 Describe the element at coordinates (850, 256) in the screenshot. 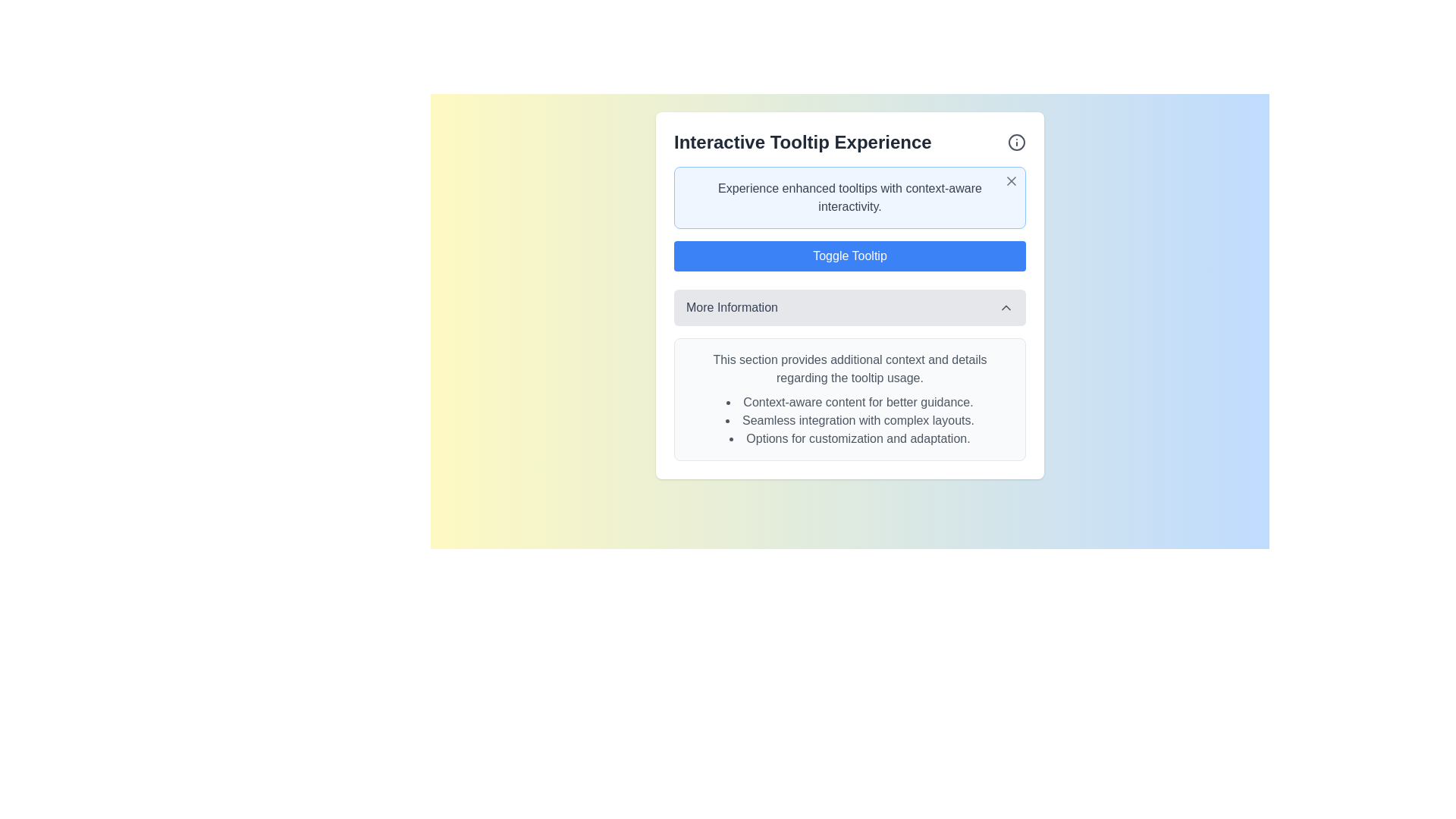

I see `the 'Toggle Tooltip' button, which is a horizontally elongated button with a vibrant blue background and white bold text` at that location.